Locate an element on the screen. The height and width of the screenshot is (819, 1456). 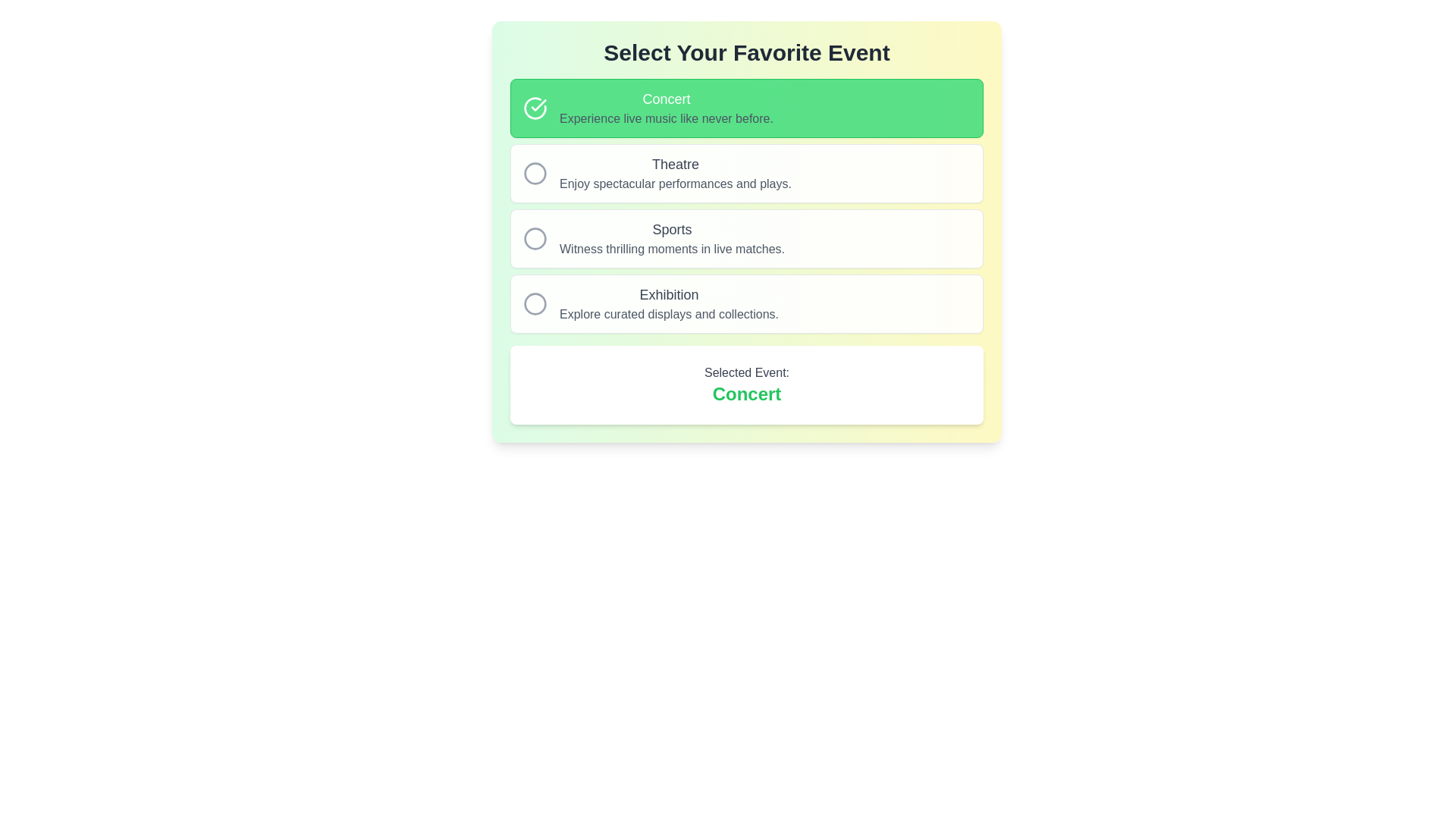
the 'Exhibition' text label, which consists of the title in a larger bold font and a subtitle in smaller gray font, positioned as the fourth option in a vertical list beneath 'Sports' is located at coordinates (668, 304).